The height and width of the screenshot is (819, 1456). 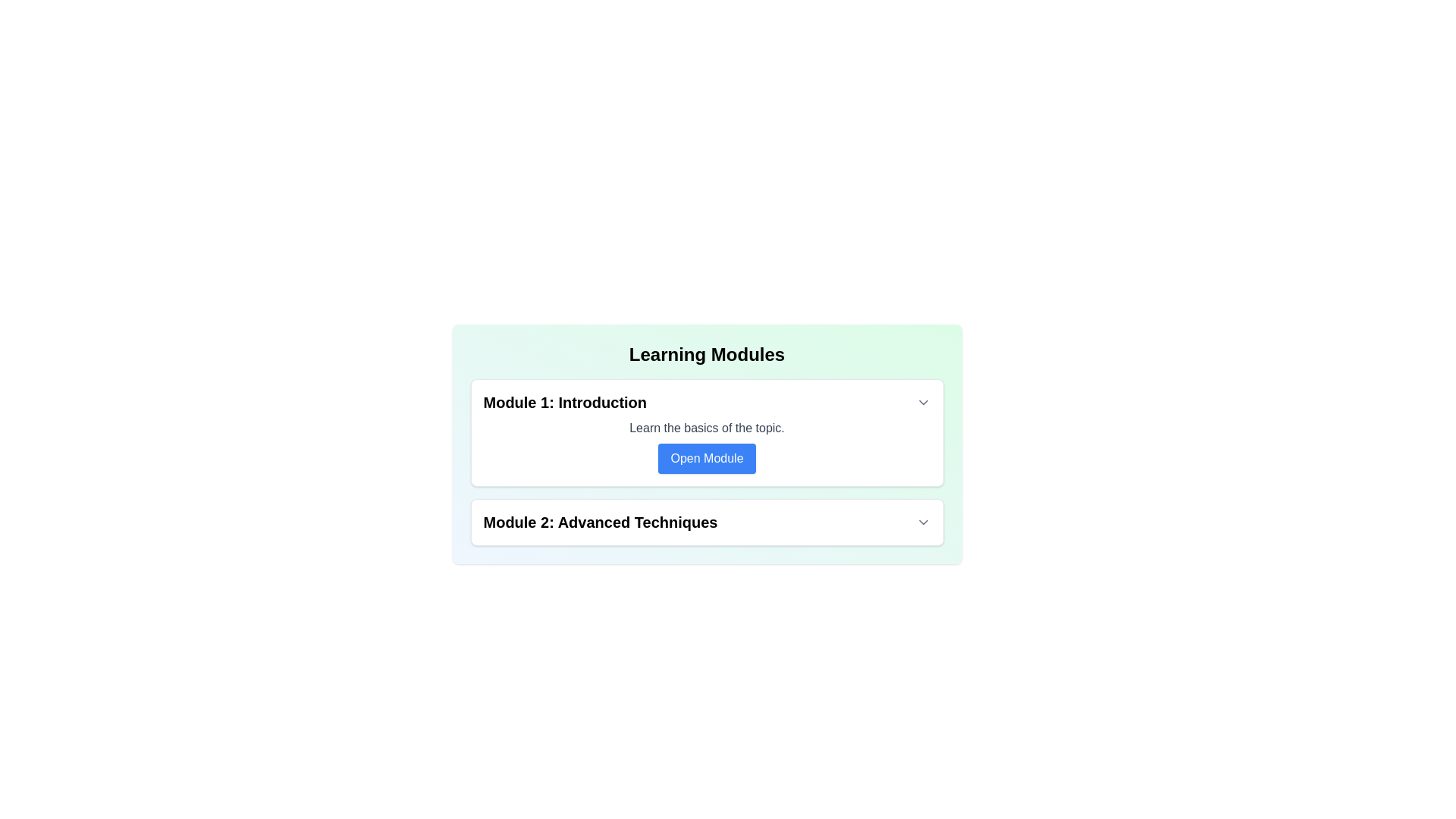 What do you see at coordinates (706, 522) in the screenshot?
I see `the Collapsible section header labeled 'Module 2: Advanced Techniques'` at bounding box center [706, 522].